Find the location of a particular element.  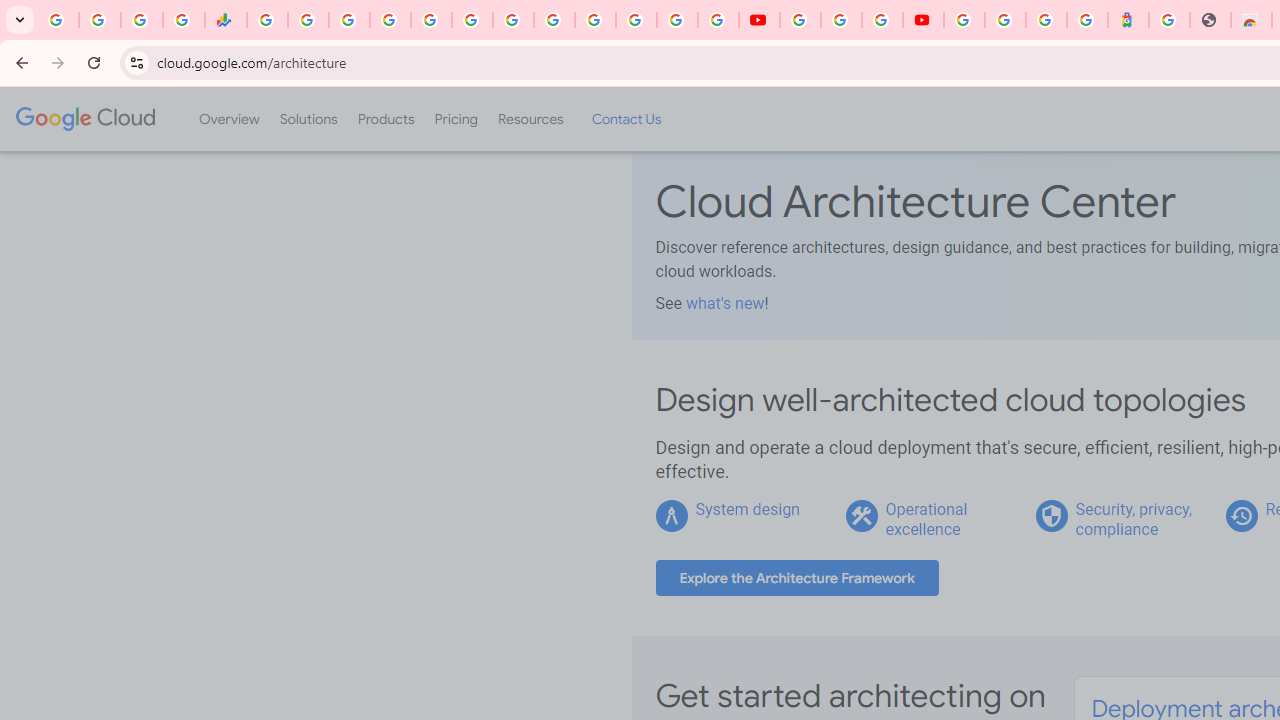

'Contact Us' is located at coordinates (625, 119).